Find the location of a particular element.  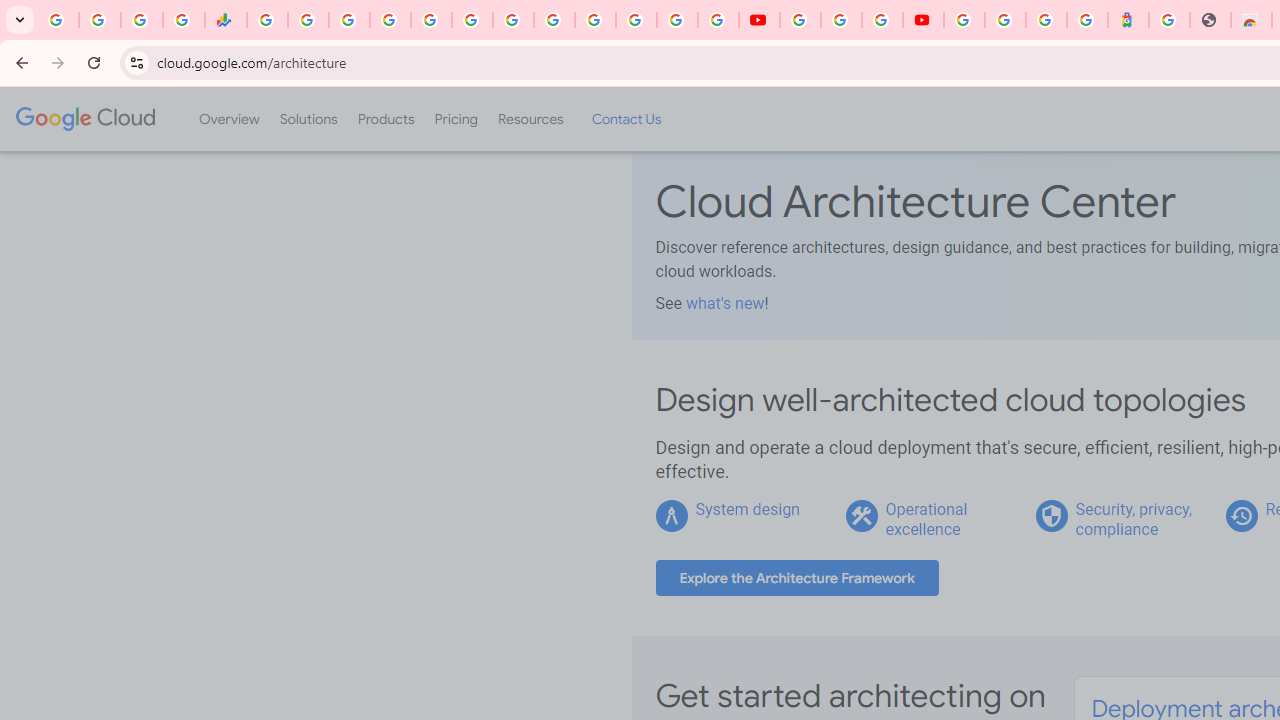

'Contact Us' is located at coordinates (625, 119).